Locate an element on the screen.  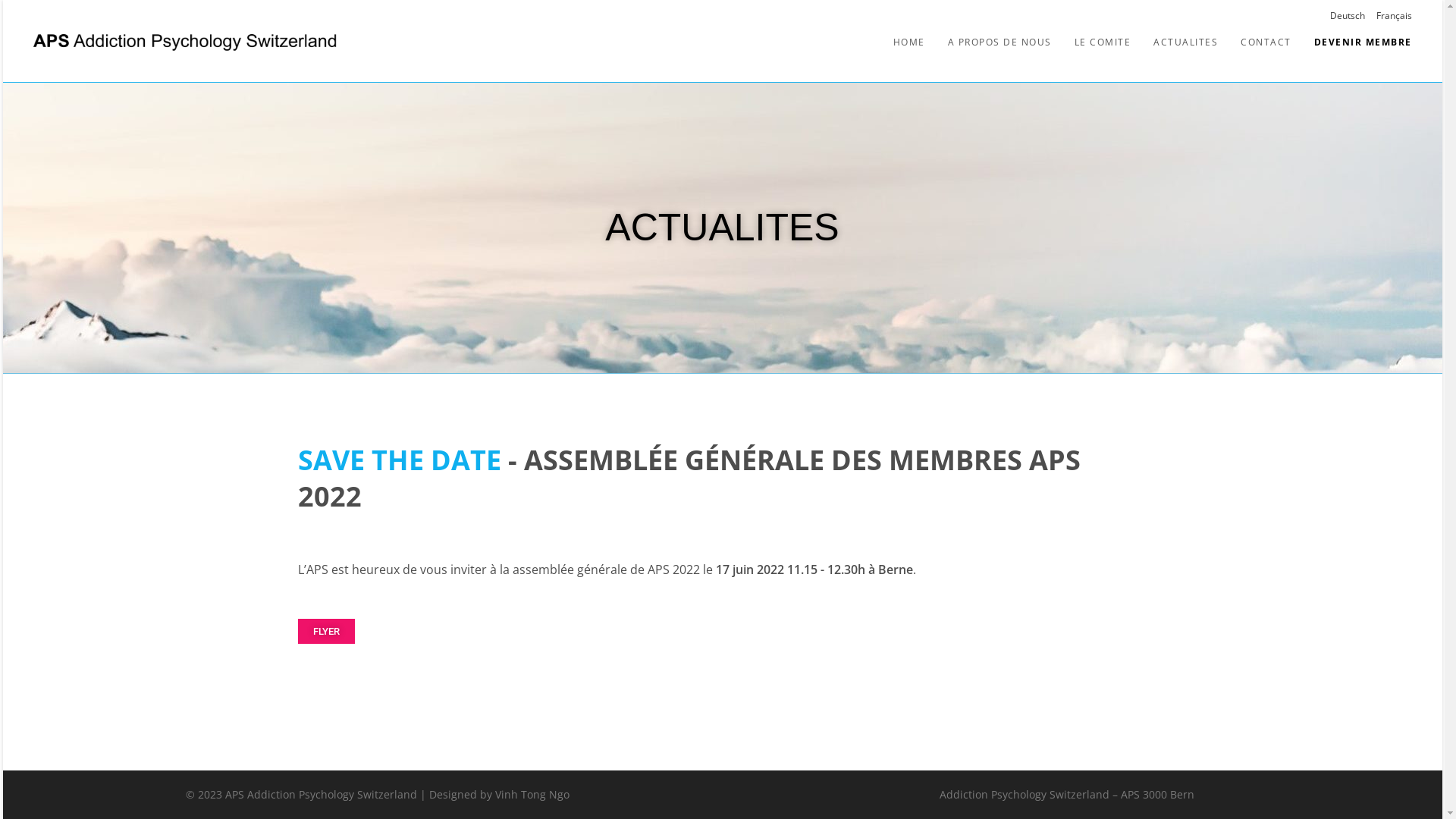
'Deutsch' is located at coordinates (1347, 15).